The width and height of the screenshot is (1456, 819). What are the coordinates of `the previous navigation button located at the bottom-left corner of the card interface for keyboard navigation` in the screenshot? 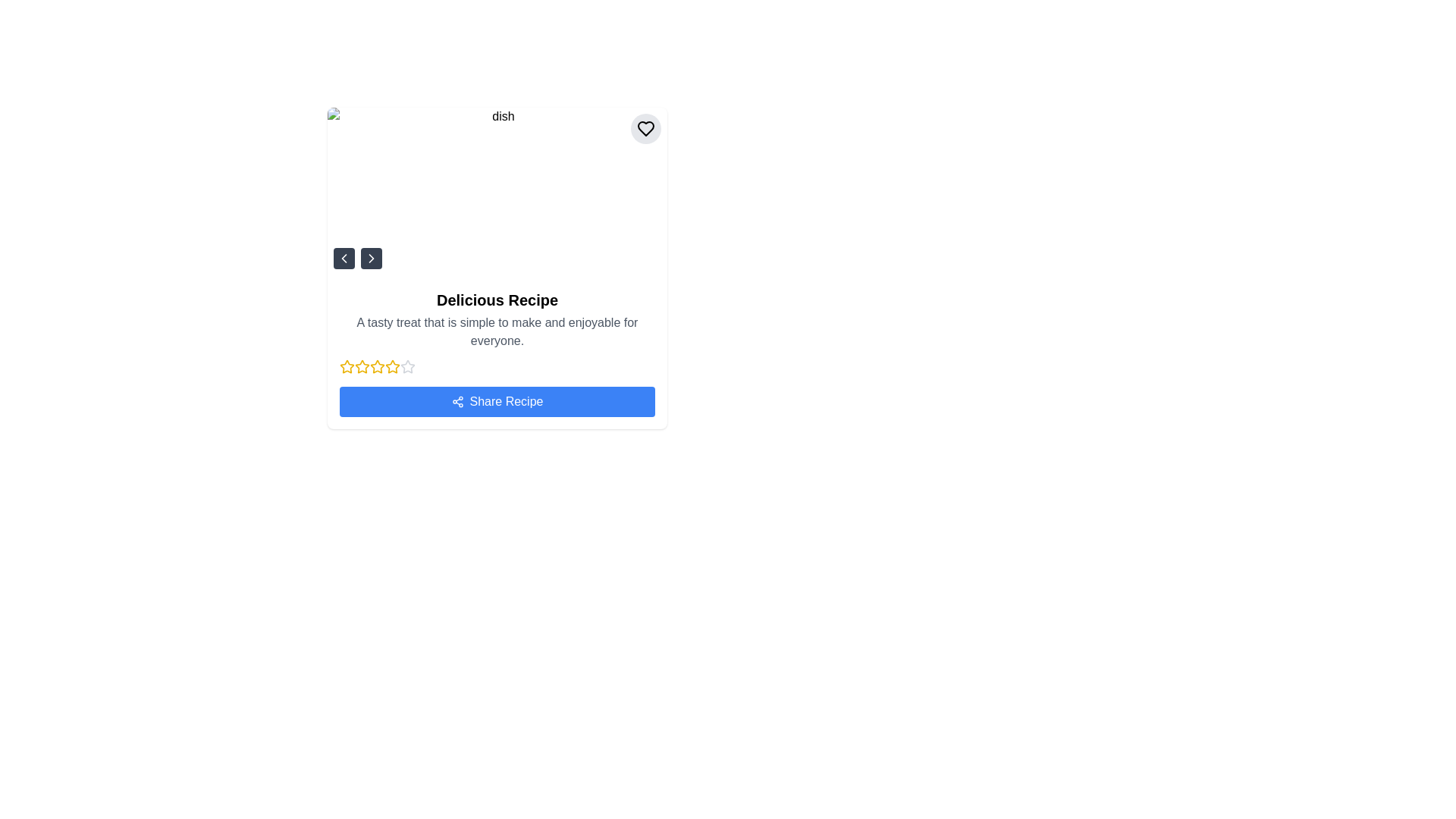 It's located at (344, 257).